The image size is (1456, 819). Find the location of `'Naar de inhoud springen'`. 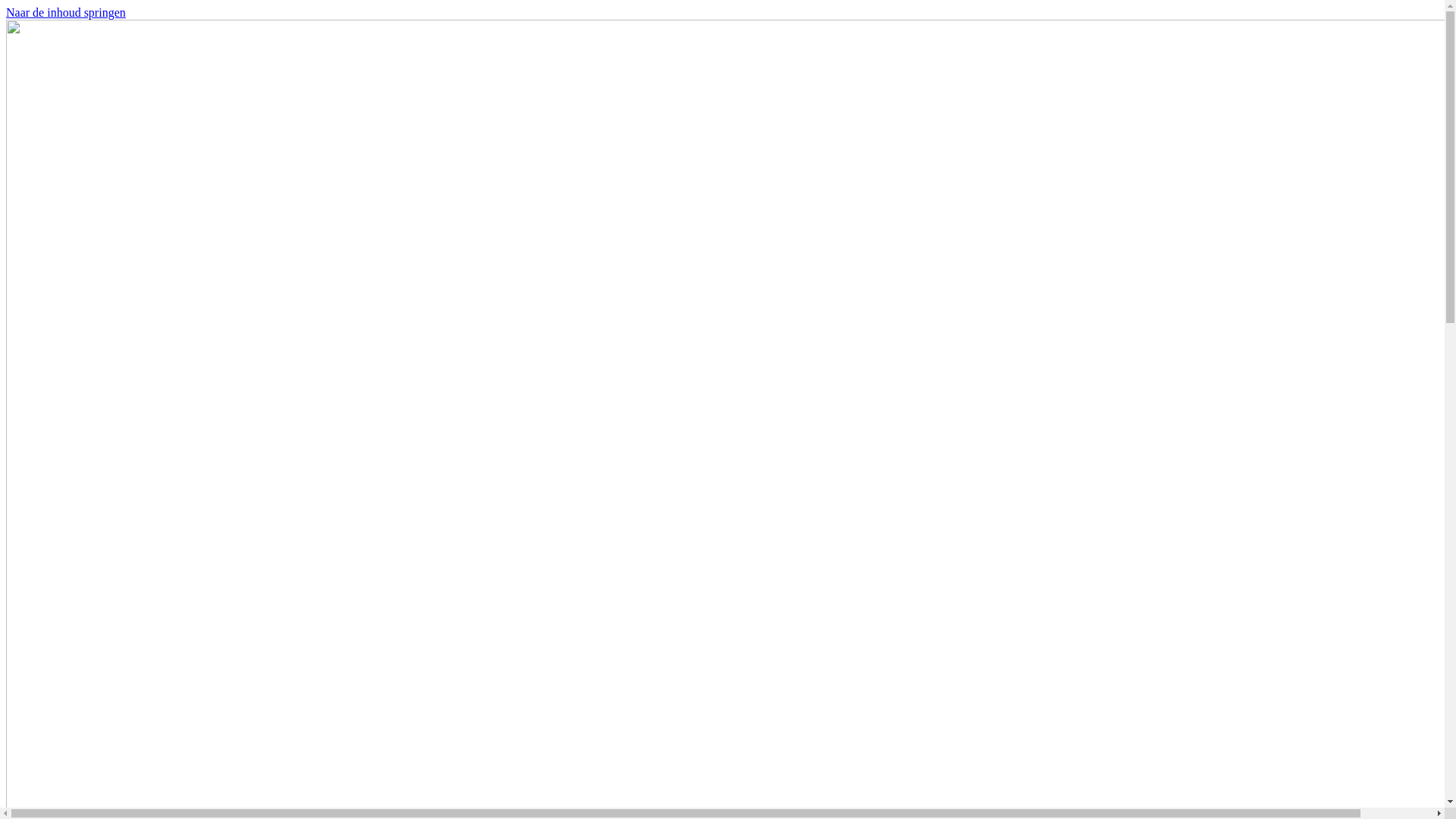

'Naar de inhoud springen' is located at coordinates (64, 12).